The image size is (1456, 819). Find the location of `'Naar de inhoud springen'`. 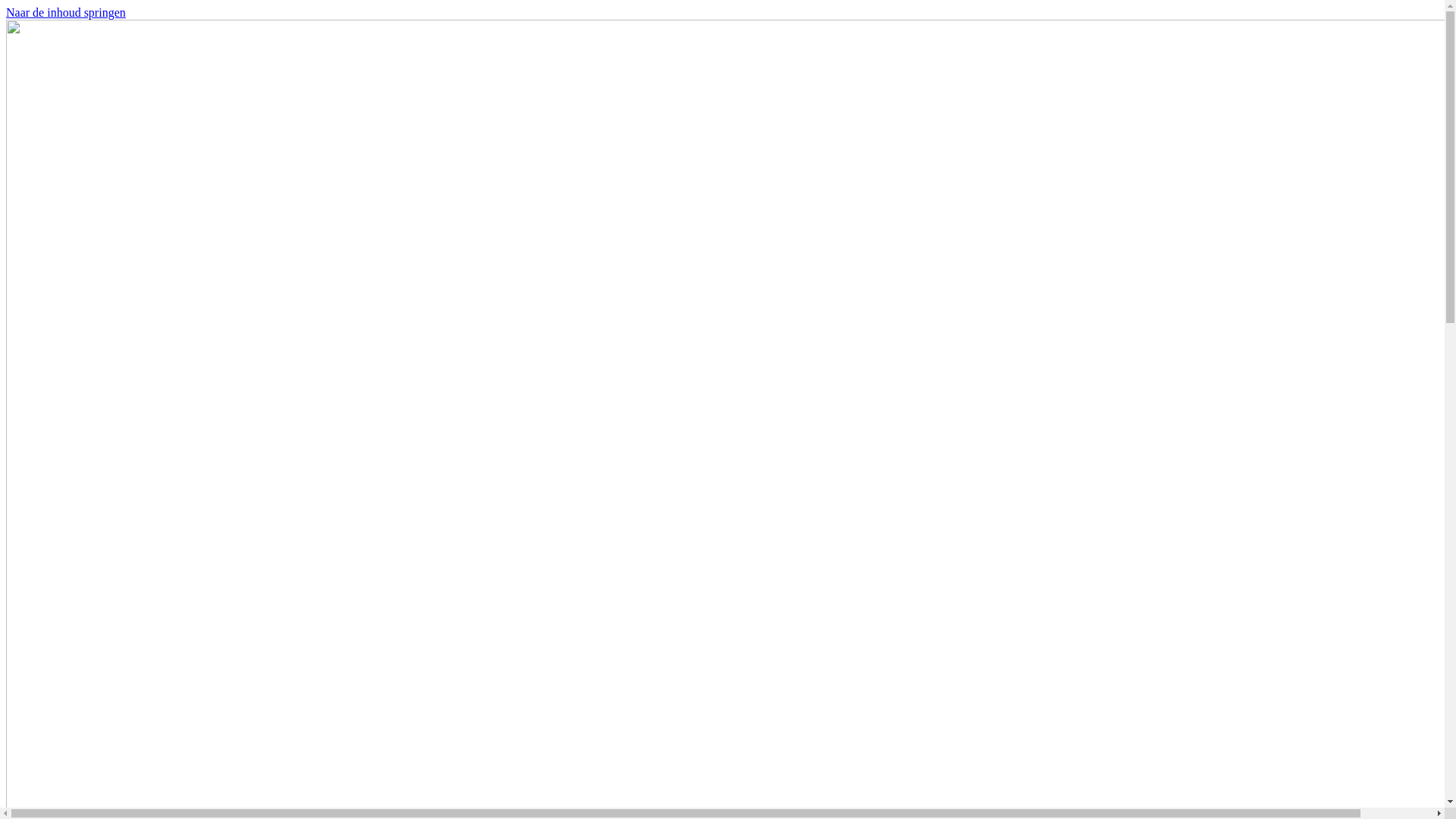

'Naar de inhoud springen' is located at coordinates (64, 12).